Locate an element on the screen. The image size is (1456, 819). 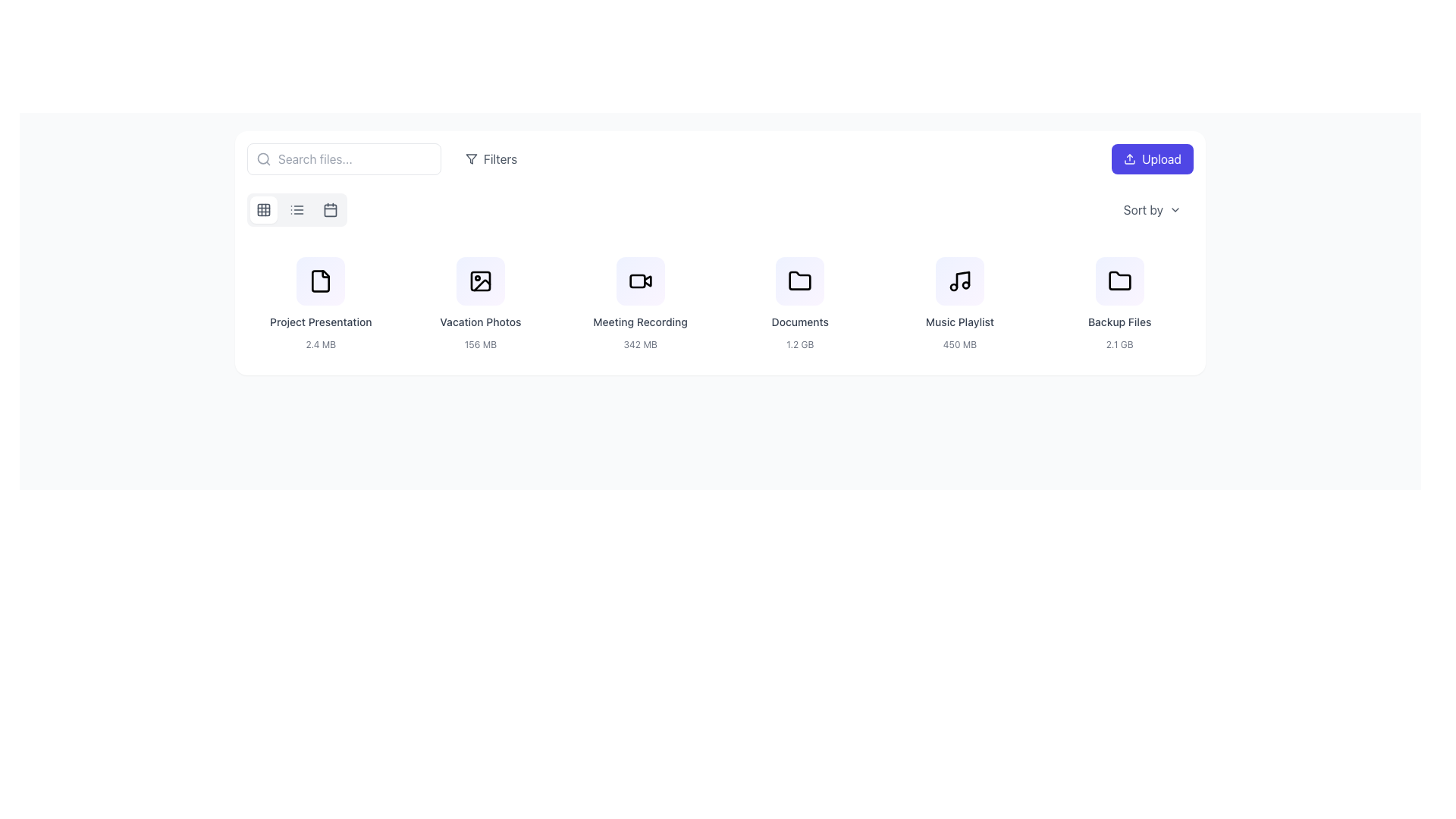
the text label identifying 'Backup Files' which is positioned above the '2.1 GB' text in the sixth vertical card from the left is located at coordinates (1119, 321).